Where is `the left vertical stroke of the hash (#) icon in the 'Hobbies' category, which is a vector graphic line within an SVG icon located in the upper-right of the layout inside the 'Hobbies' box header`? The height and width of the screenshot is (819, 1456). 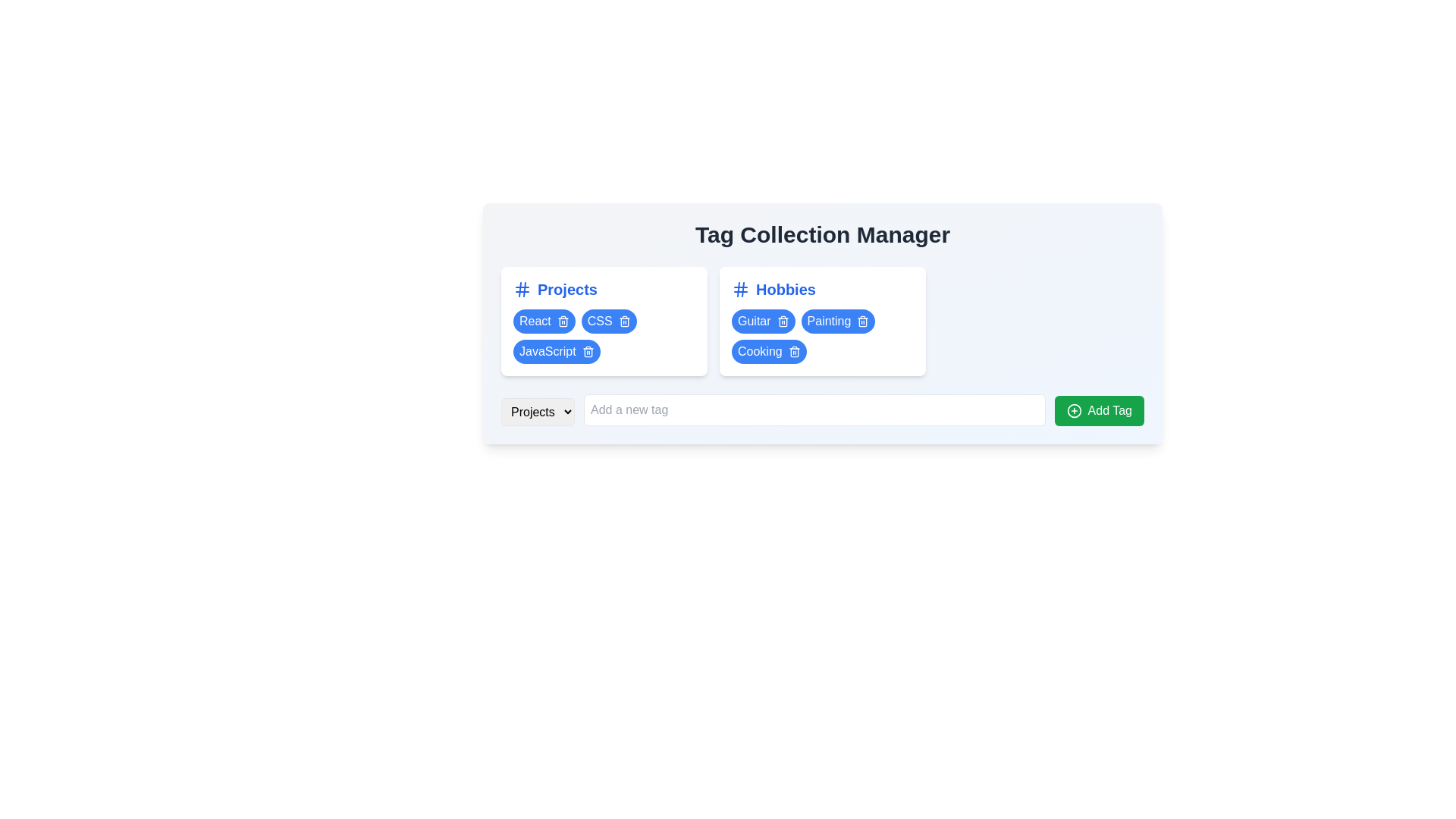 the left vertical stroke of the hash (#) icon in the 'Hobbies' category, which is a vector graphic line within an SVG icon located in the upper-right of the layout inside the 'Hobbies' box header is located at coordinates (739, 289).